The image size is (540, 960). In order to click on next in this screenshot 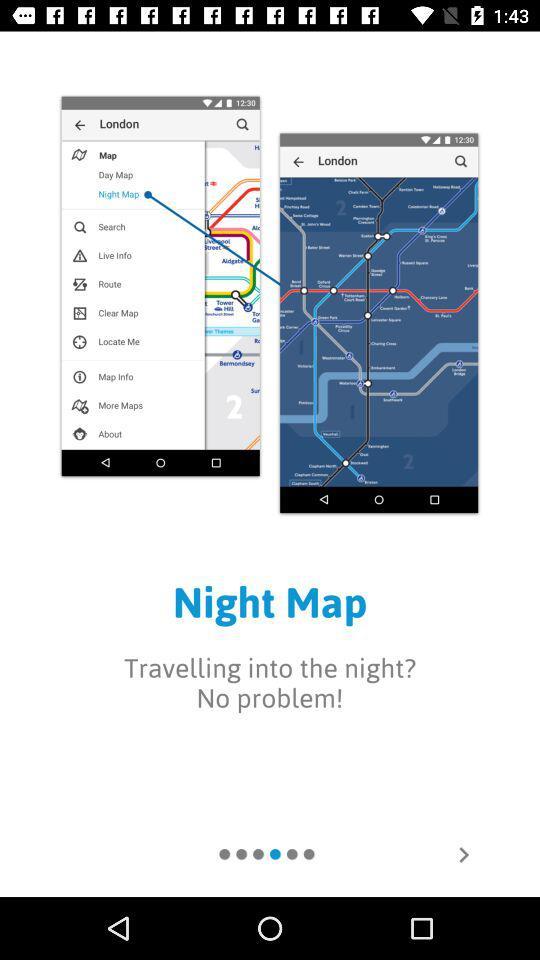, I will do `click(463, 853)`.